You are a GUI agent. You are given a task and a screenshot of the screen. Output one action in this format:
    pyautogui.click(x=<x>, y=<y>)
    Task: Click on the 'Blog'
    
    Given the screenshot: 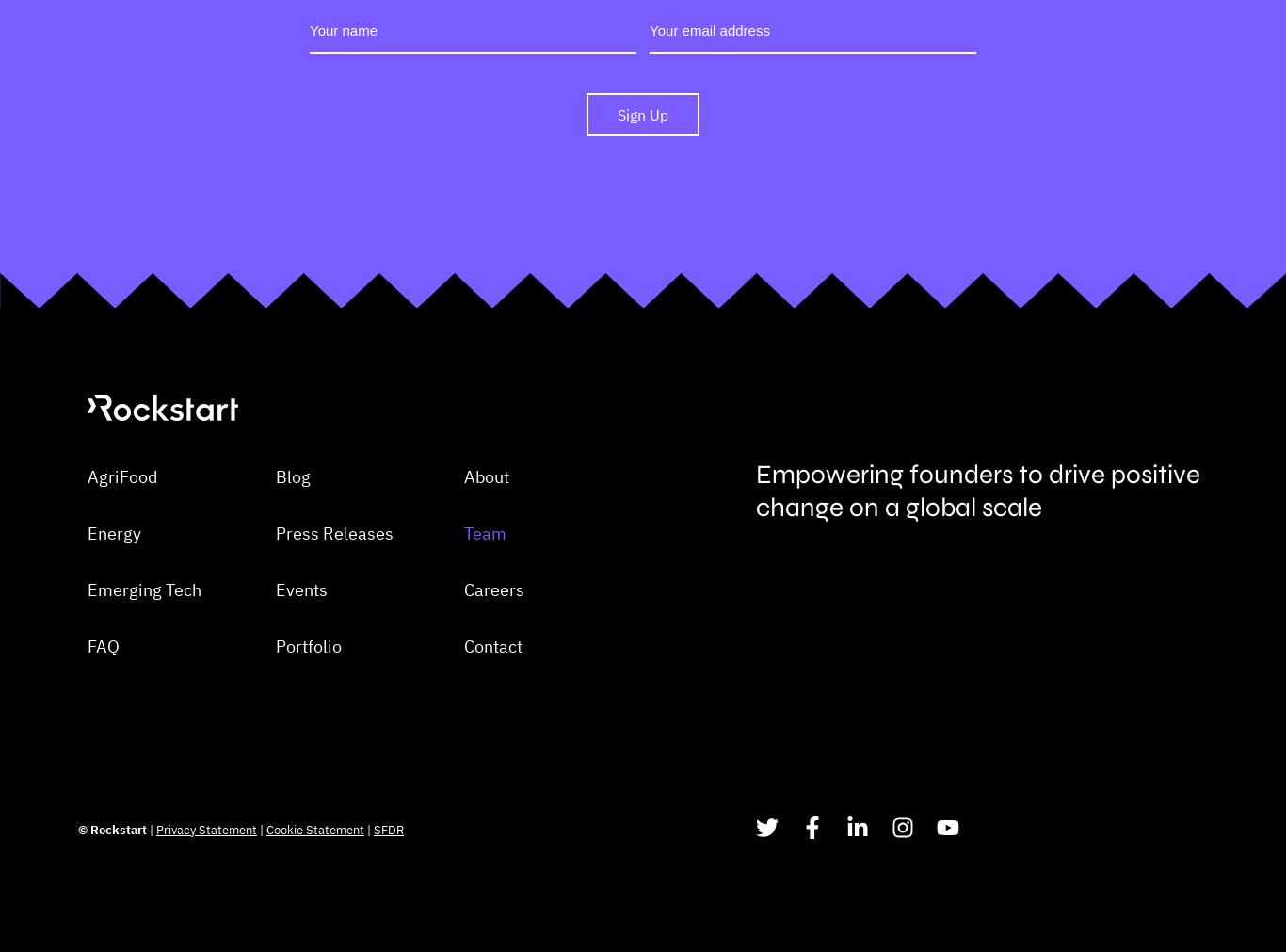 What is the action you would take?
    pyautogui.click(x=292, y=570)
    